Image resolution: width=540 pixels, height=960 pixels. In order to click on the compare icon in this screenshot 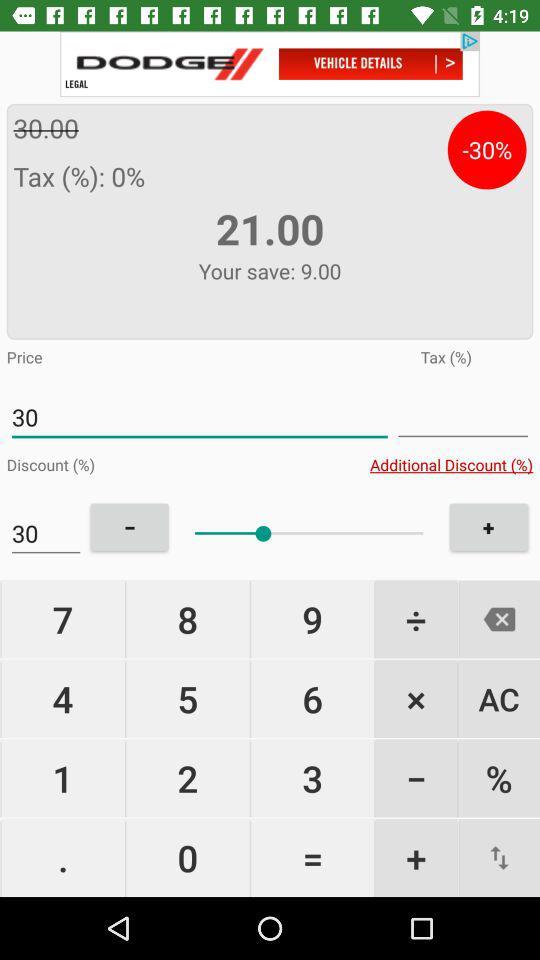, I will do `click(498, 857)`.